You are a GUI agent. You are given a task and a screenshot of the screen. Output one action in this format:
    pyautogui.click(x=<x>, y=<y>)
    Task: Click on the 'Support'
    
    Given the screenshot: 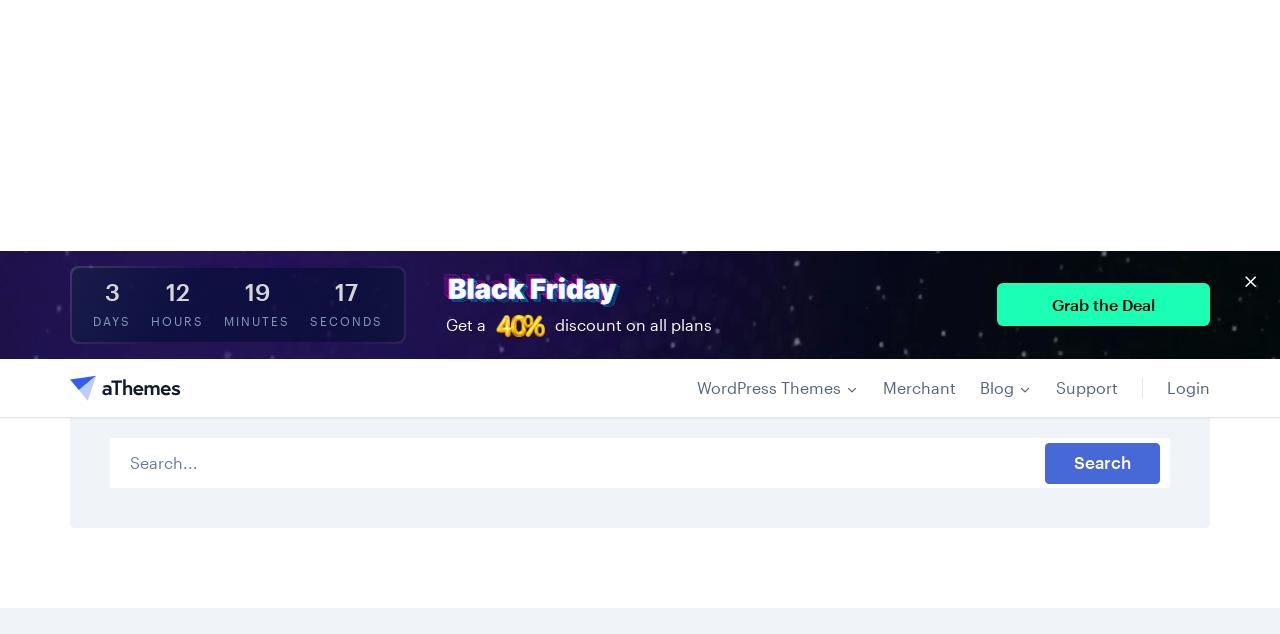 What is the action you would take?
    pyautogui.click(x=1085, y=135)
    